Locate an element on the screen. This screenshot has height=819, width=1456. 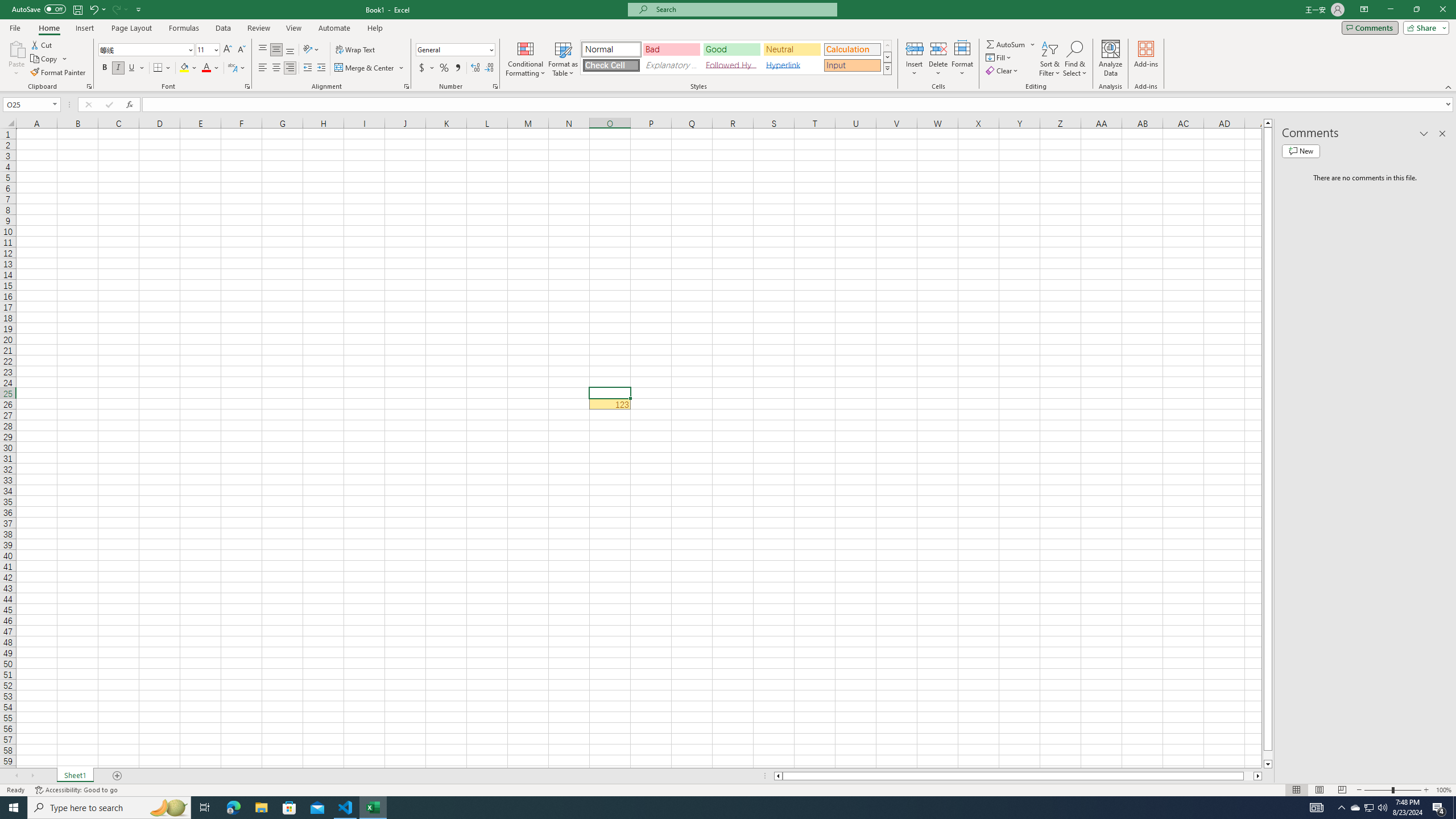
'Accounting Number Format' is located at coordinates (421, 67).